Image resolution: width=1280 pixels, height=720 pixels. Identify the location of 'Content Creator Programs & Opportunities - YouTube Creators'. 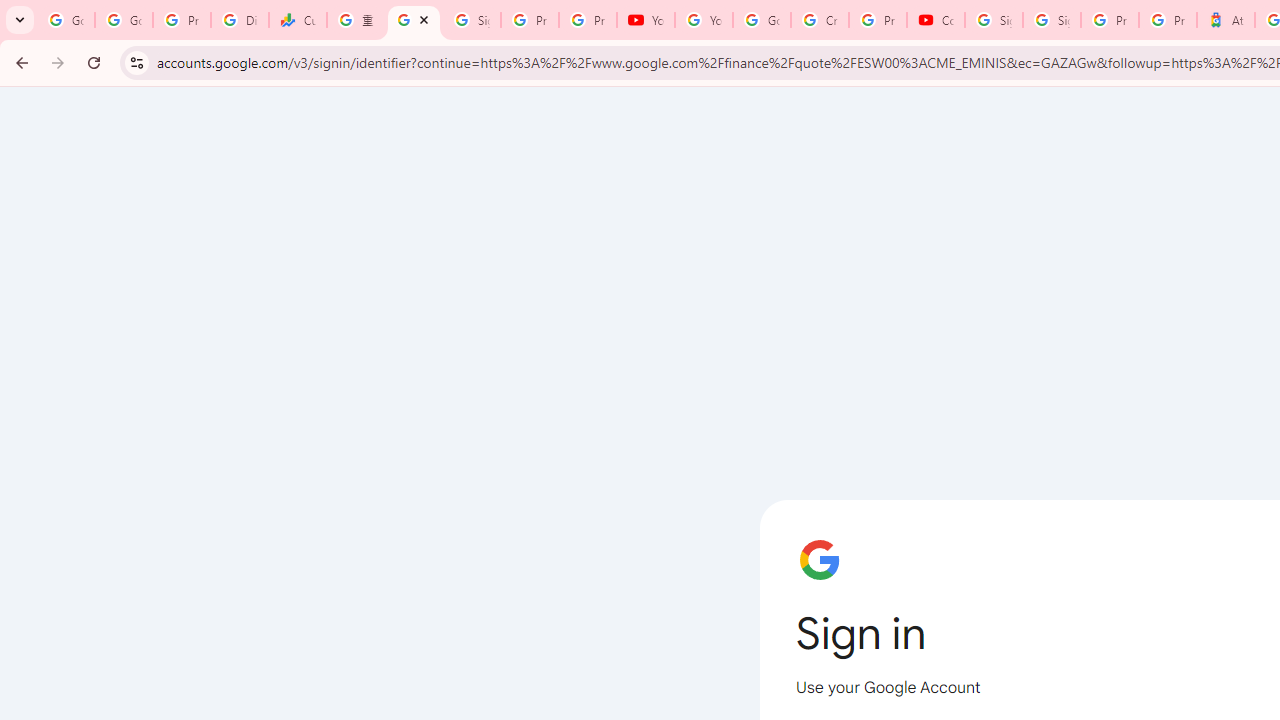
(935, 20).